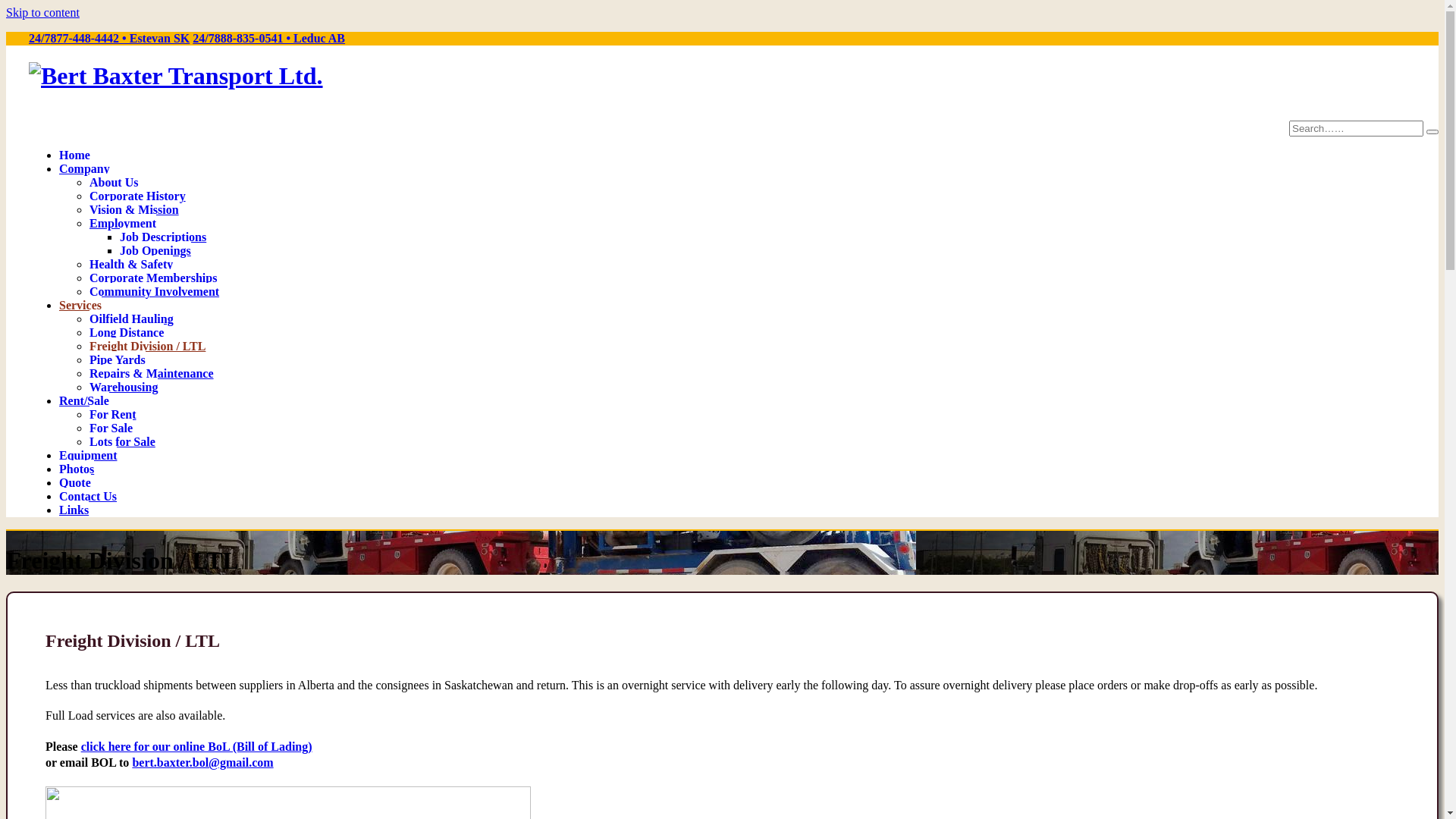 The image size is (1456, 819). I want to click on 'Oilfield Hauling', so click(131, 317).